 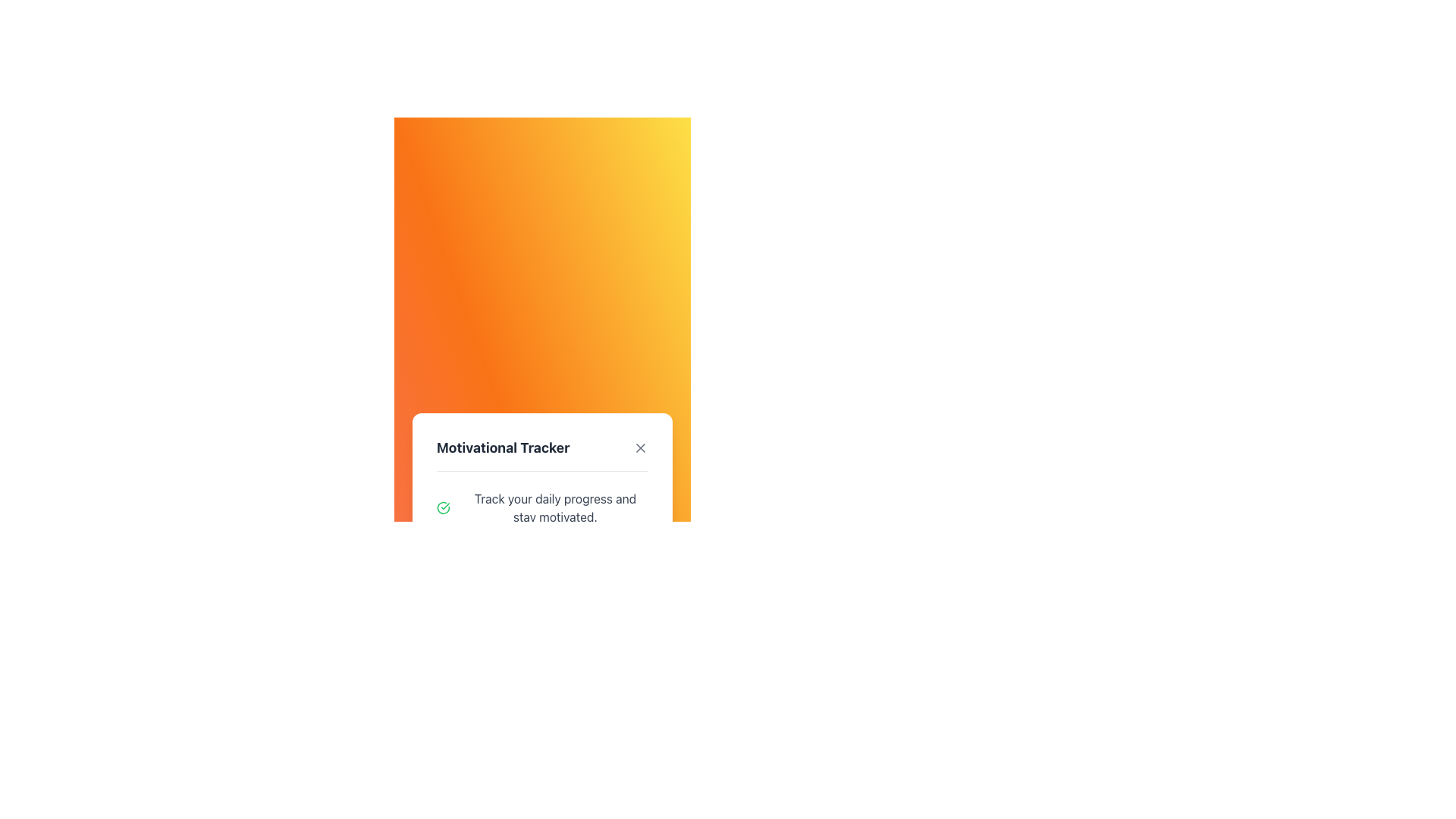 What do you see at coordinates (542, 507) in the screenshot?
I see `text 'Track your daily progress and stay motivated.' from the first item in the Motivational Tracker section, which is accompanied by a green circular checkmark icon` at bounding box center [542, 507].